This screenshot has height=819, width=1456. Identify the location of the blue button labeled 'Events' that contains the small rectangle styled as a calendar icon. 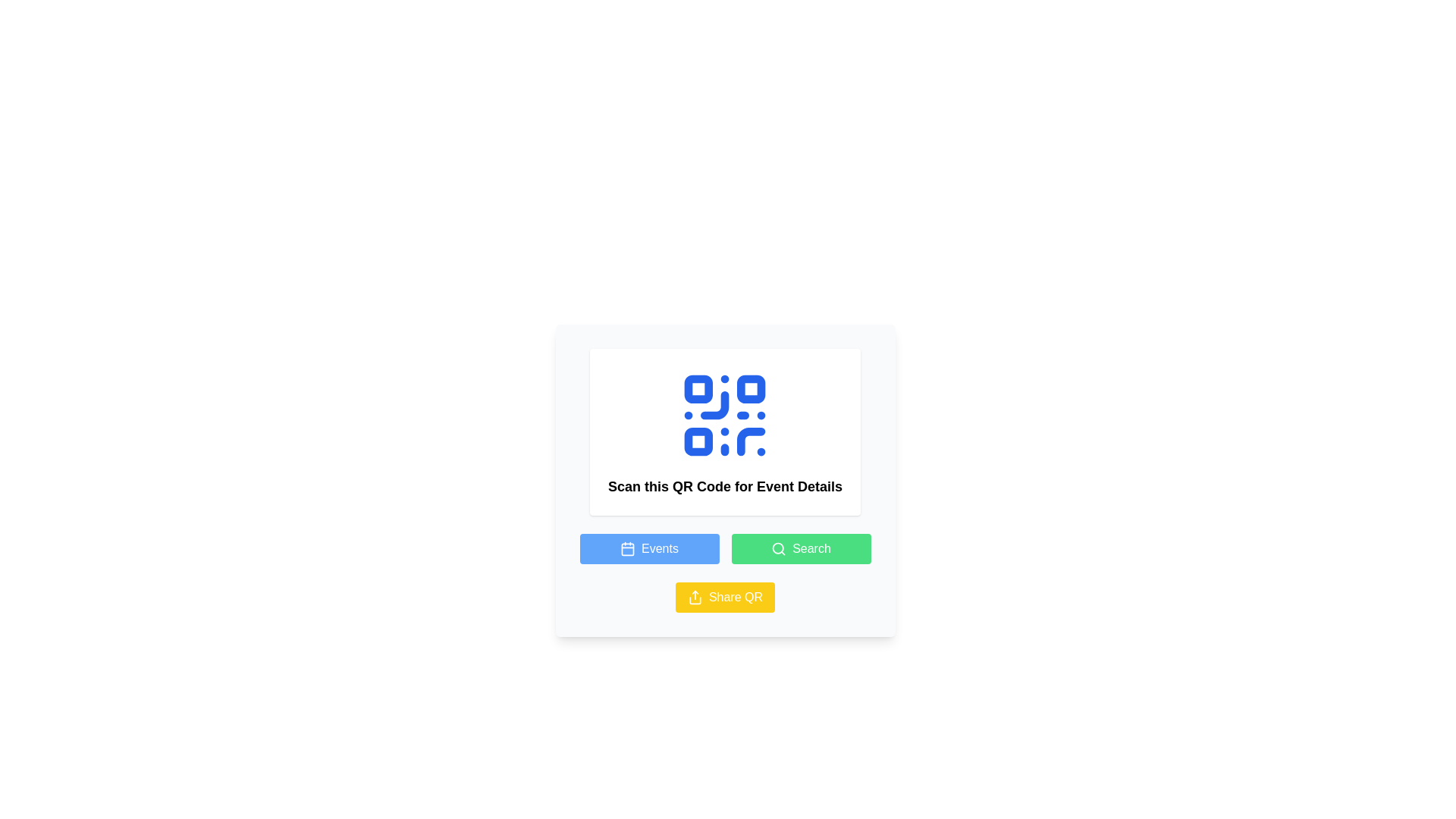
(628, 549).